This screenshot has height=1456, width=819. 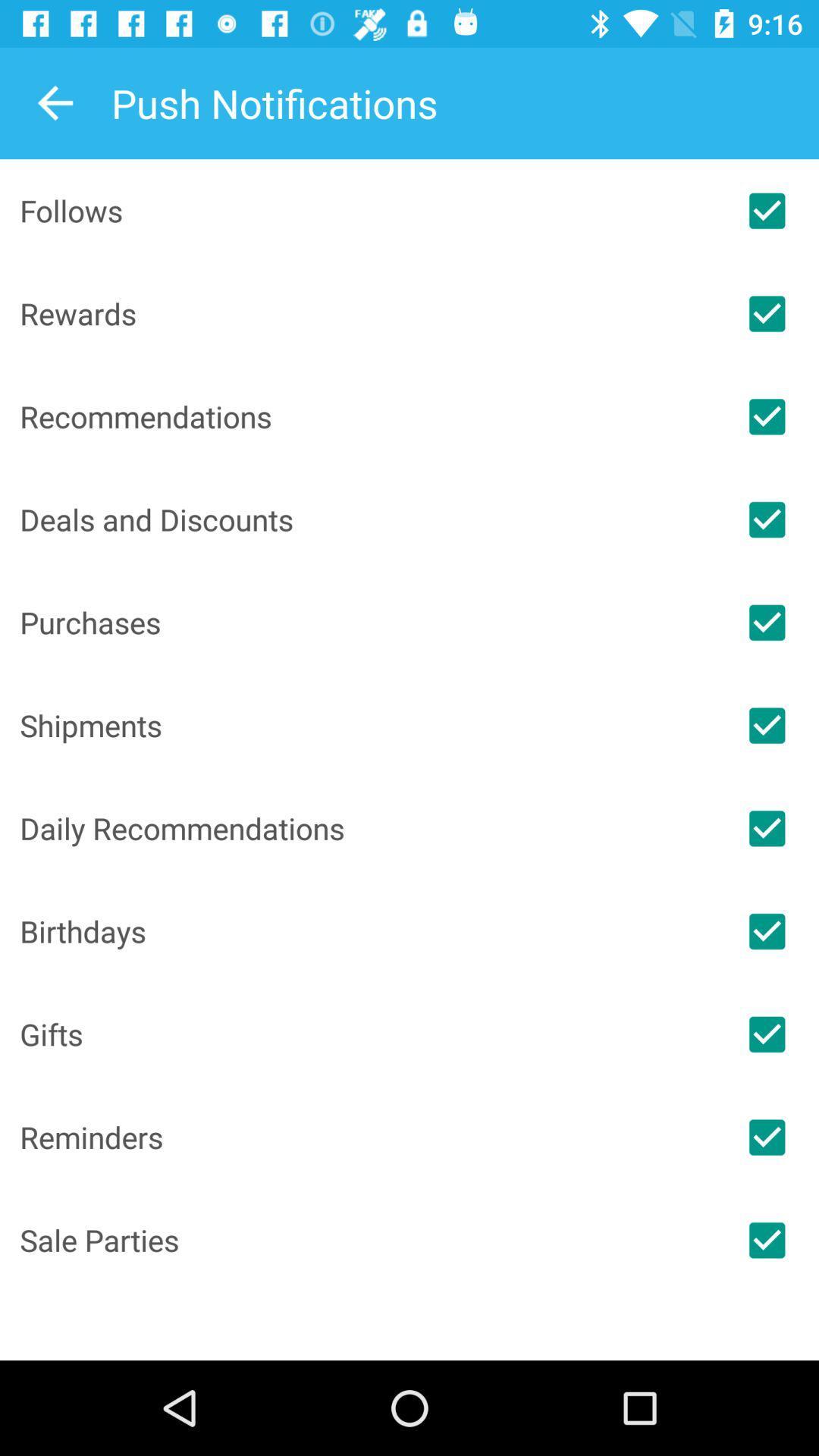 What do you see at coordinates (767, 1137) in the screenshot?
I see `turn reminder push notifications on or off` at bounding box center [767, 1137].